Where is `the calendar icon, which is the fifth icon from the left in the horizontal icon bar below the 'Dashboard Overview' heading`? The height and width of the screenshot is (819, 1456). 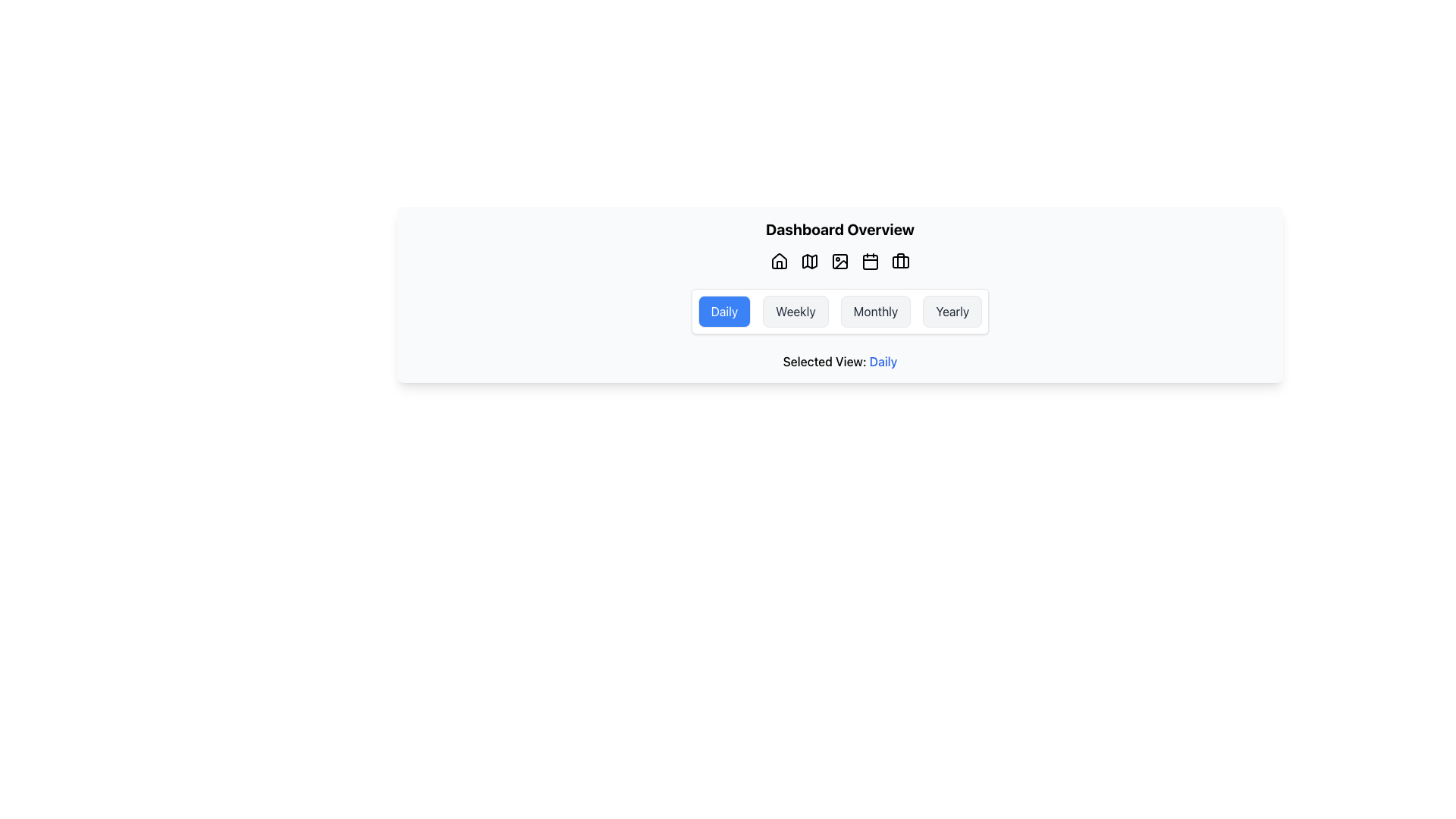
the calendar icon, which is the fifth icon from the left in the horizontal icon bar below the 'Dashboard Overview' heading is located at coordinates (870, 260).